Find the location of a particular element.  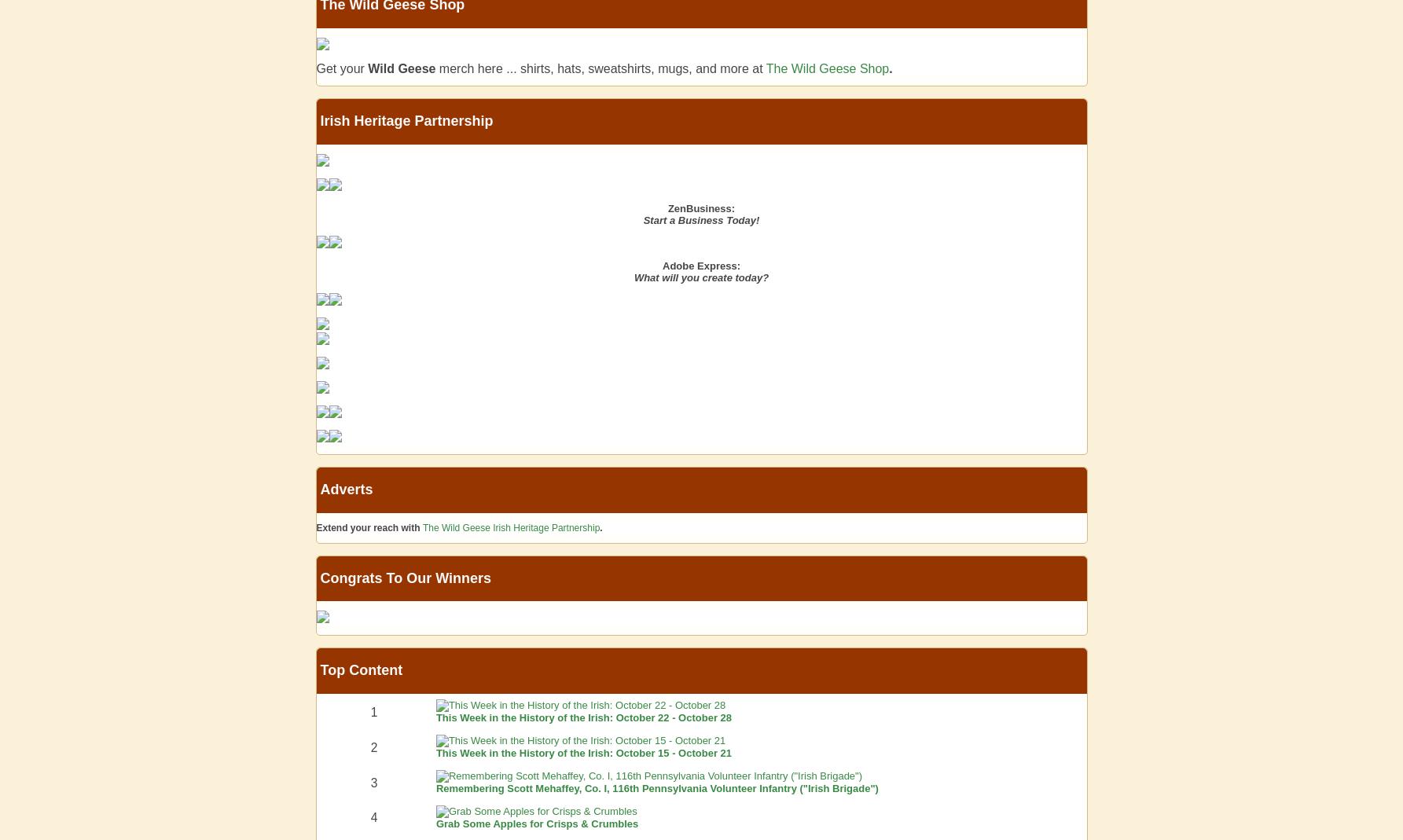

'The Wild Geese Shop' is located at coordinates (827, 67).